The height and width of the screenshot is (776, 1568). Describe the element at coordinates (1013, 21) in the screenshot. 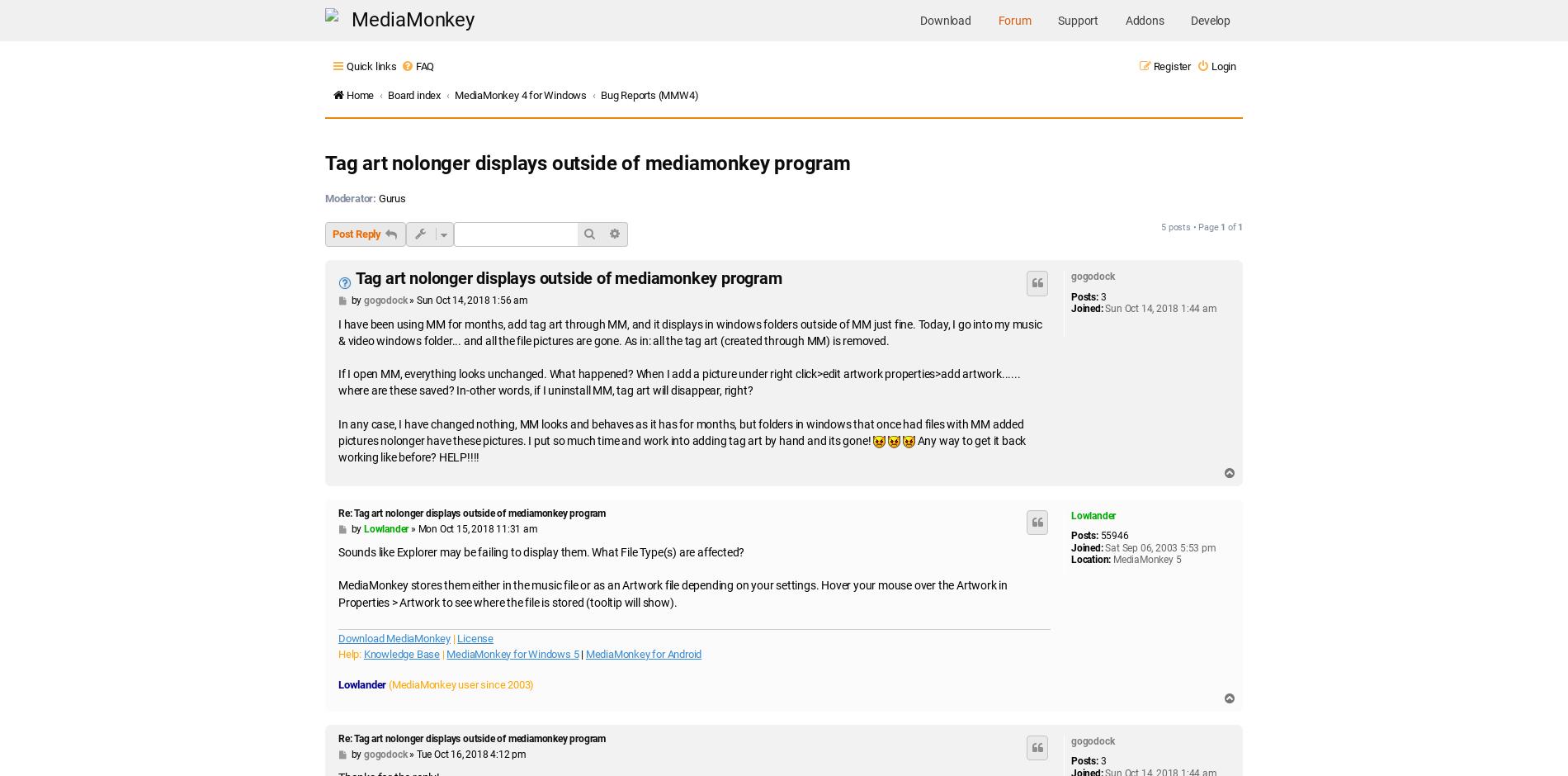

I see `'Forum'` at that location.